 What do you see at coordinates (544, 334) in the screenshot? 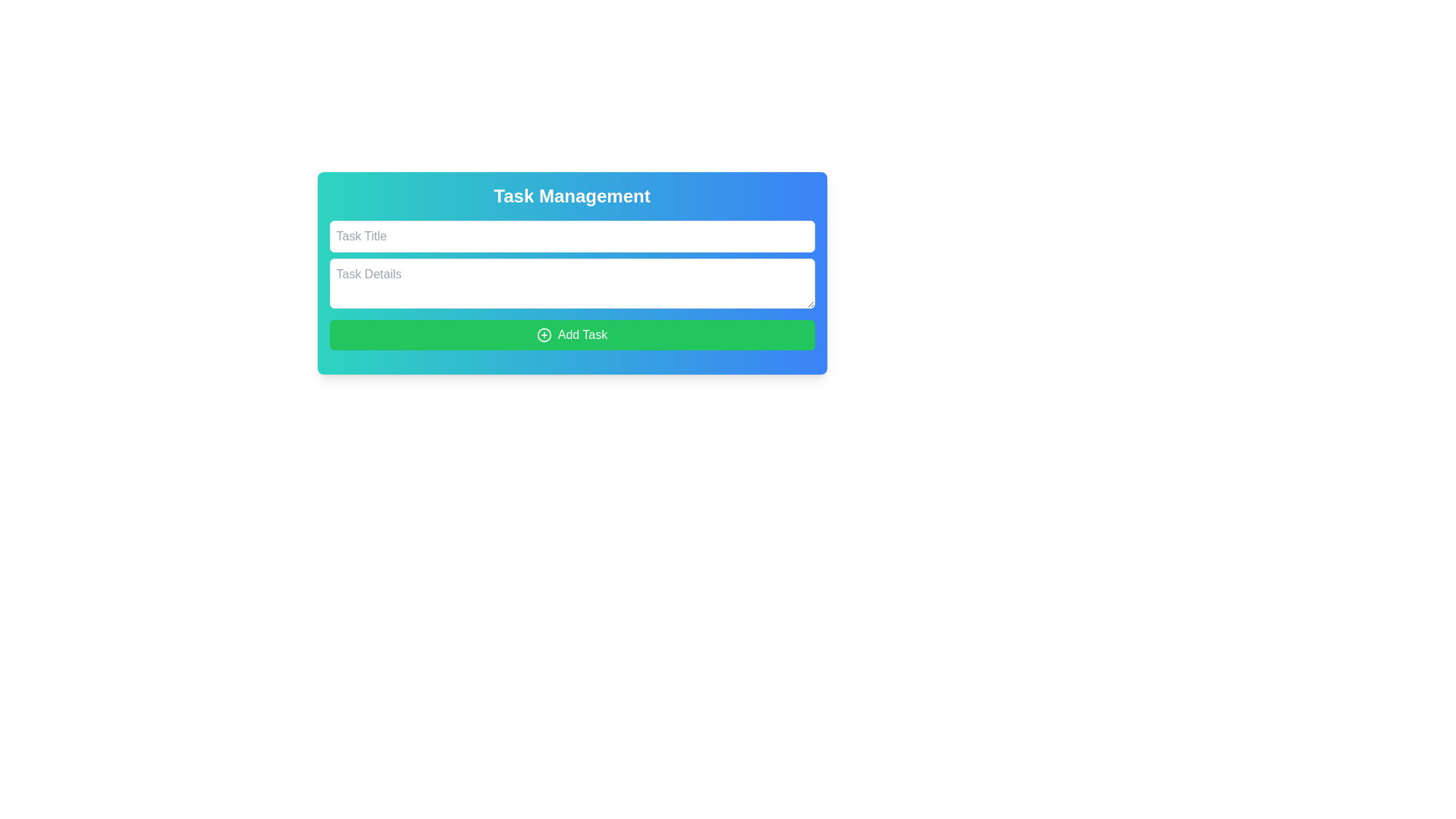
I see `the circular icon with a plus sign located within the 'Add Task' button, positioned towards the left side of the button text` at bounding box center [544, 334].